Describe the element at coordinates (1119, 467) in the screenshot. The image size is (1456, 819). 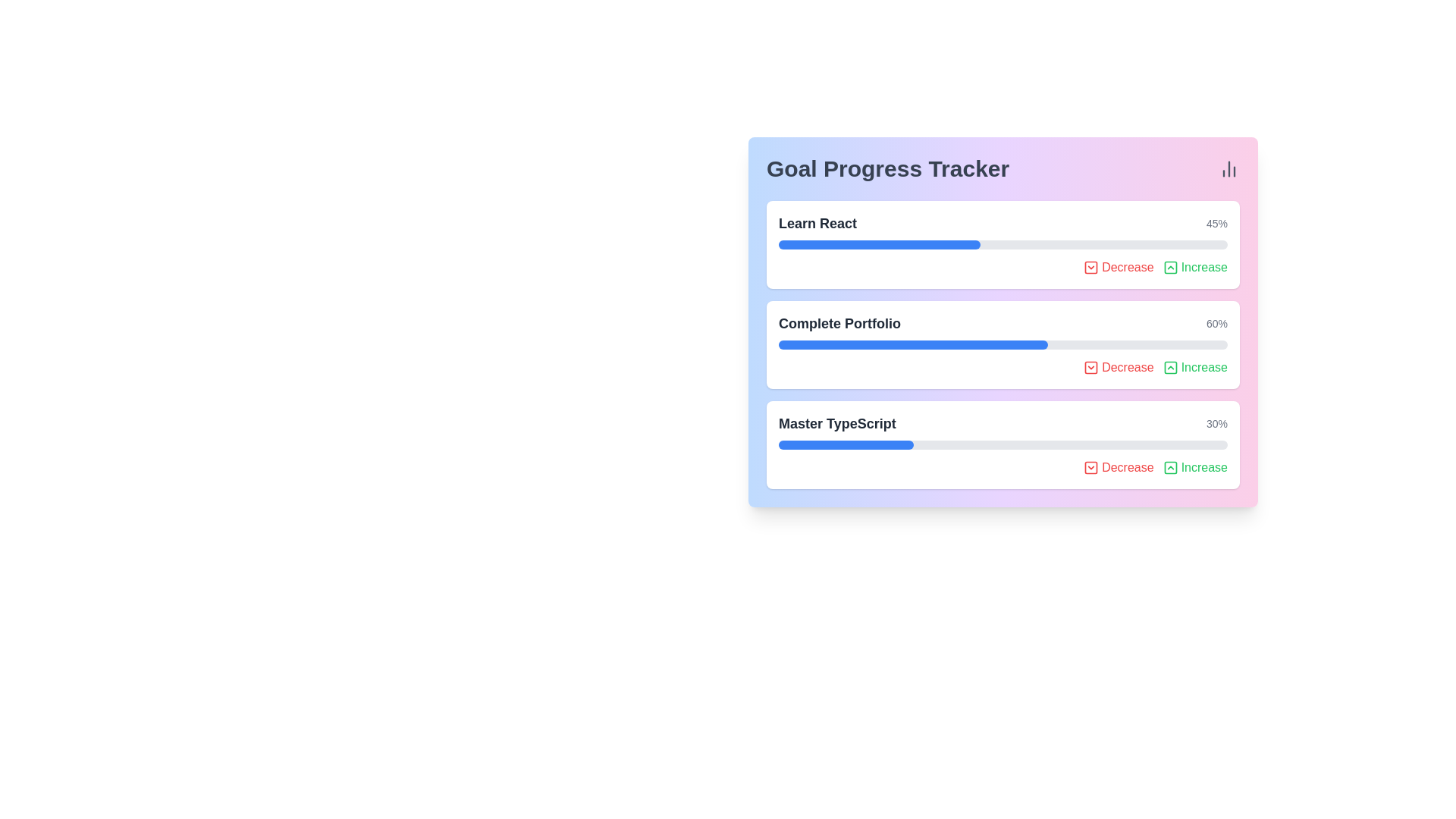
I see `the 'Decrease' button` at that location.